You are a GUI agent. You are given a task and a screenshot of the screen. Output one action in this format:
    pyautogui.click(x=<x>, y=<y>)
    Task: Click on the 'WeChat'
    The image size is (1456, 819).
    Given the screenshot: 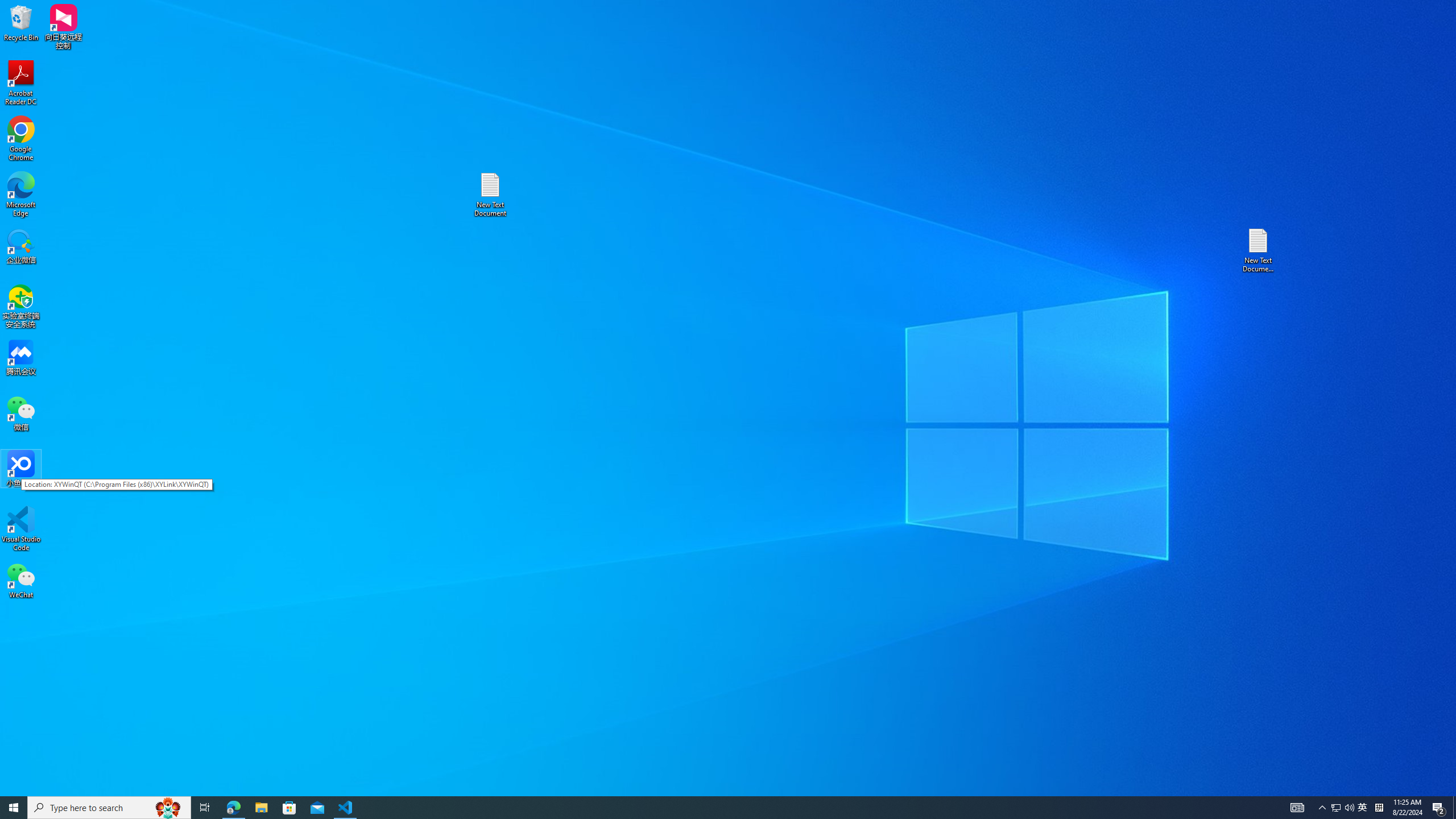 What is the action you would take?
    pyautogui.click(x=20, y=580)
    